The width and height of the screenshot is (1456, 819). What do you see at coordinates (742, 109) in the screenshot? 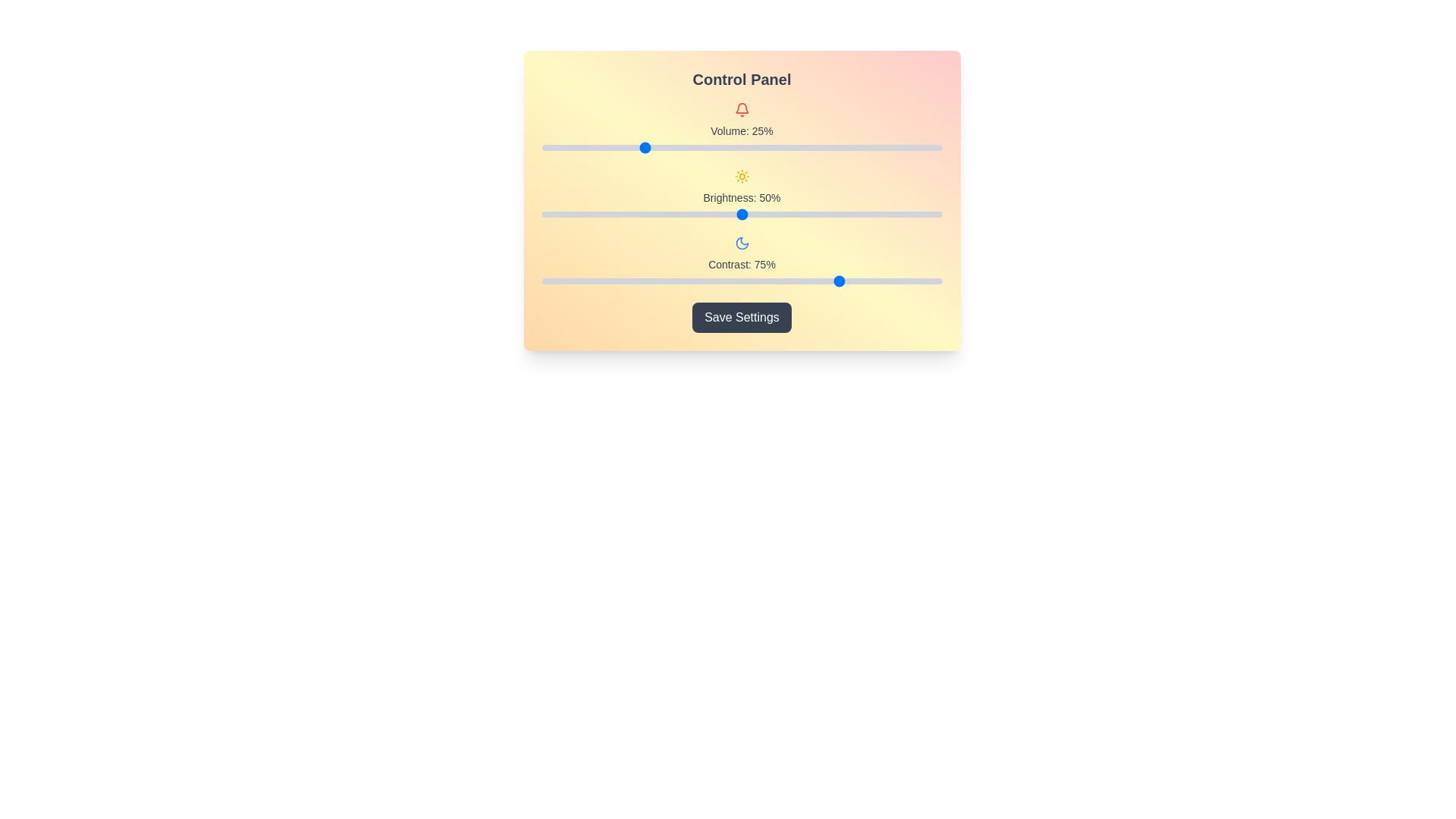
I see `the prominent red bell-shaped icon located in the 'Volume: 25%' section of the control panel, positioned above the volume slider` at bounding box center [742, 109].